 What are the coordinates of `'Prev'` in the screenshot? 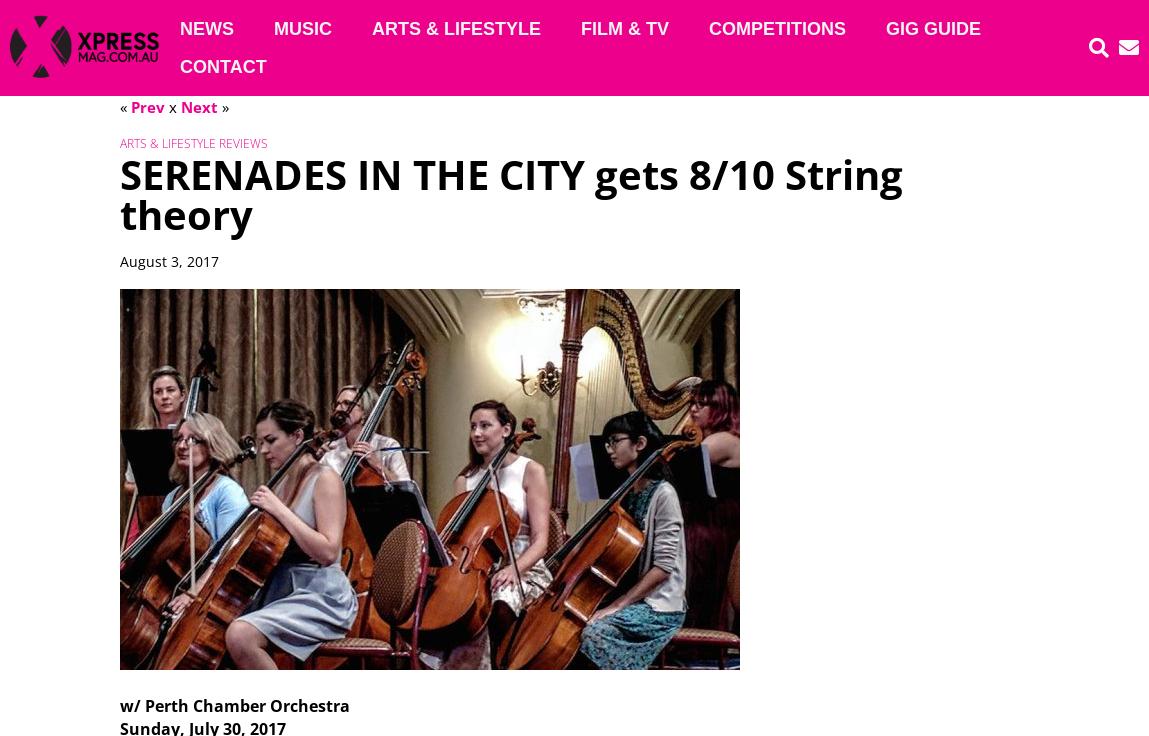 It's located at (145, 106).